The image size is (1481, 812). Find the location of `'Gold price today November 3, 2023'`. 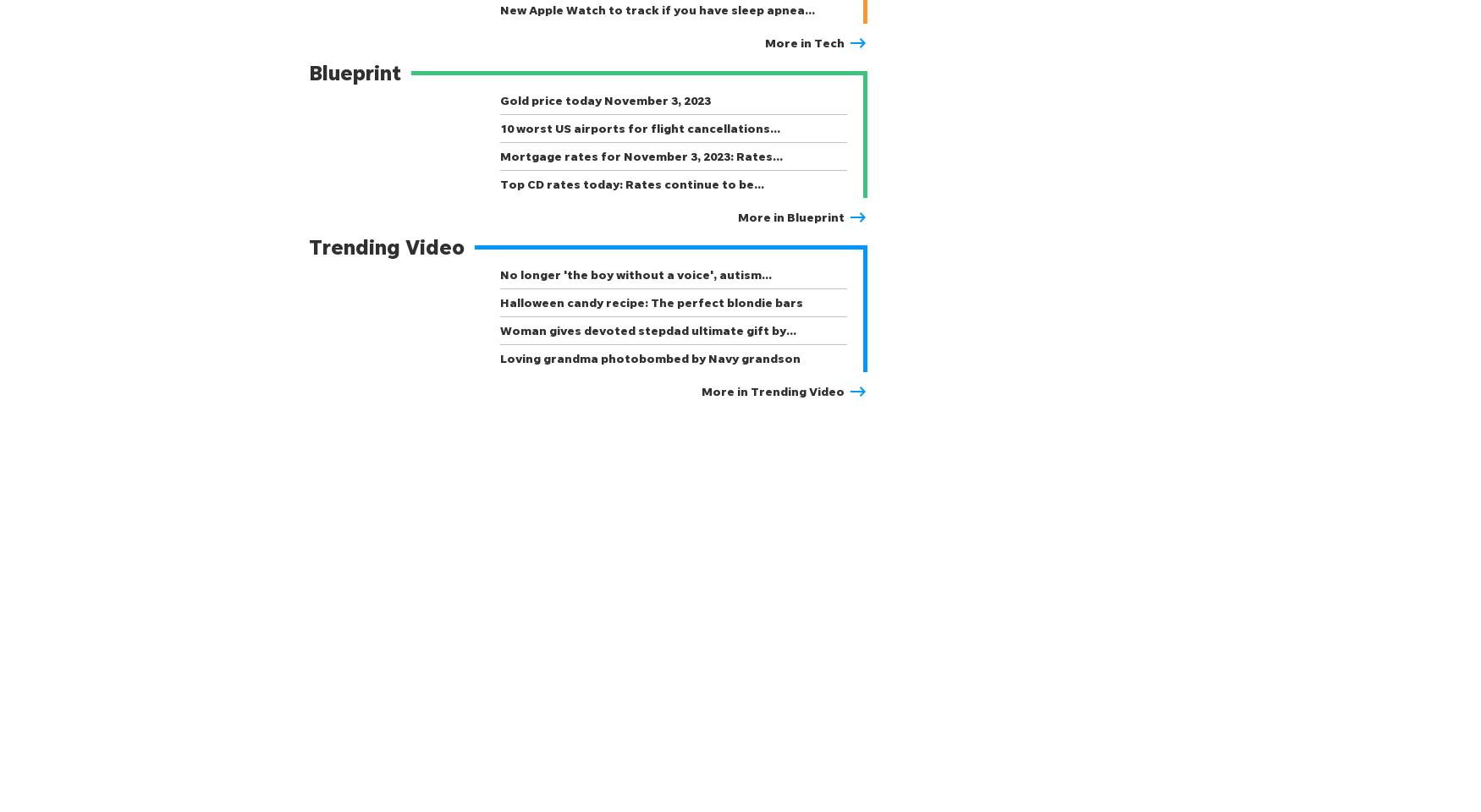

'Gold price today November 3, 2023' is located at coordinates (605, 100).